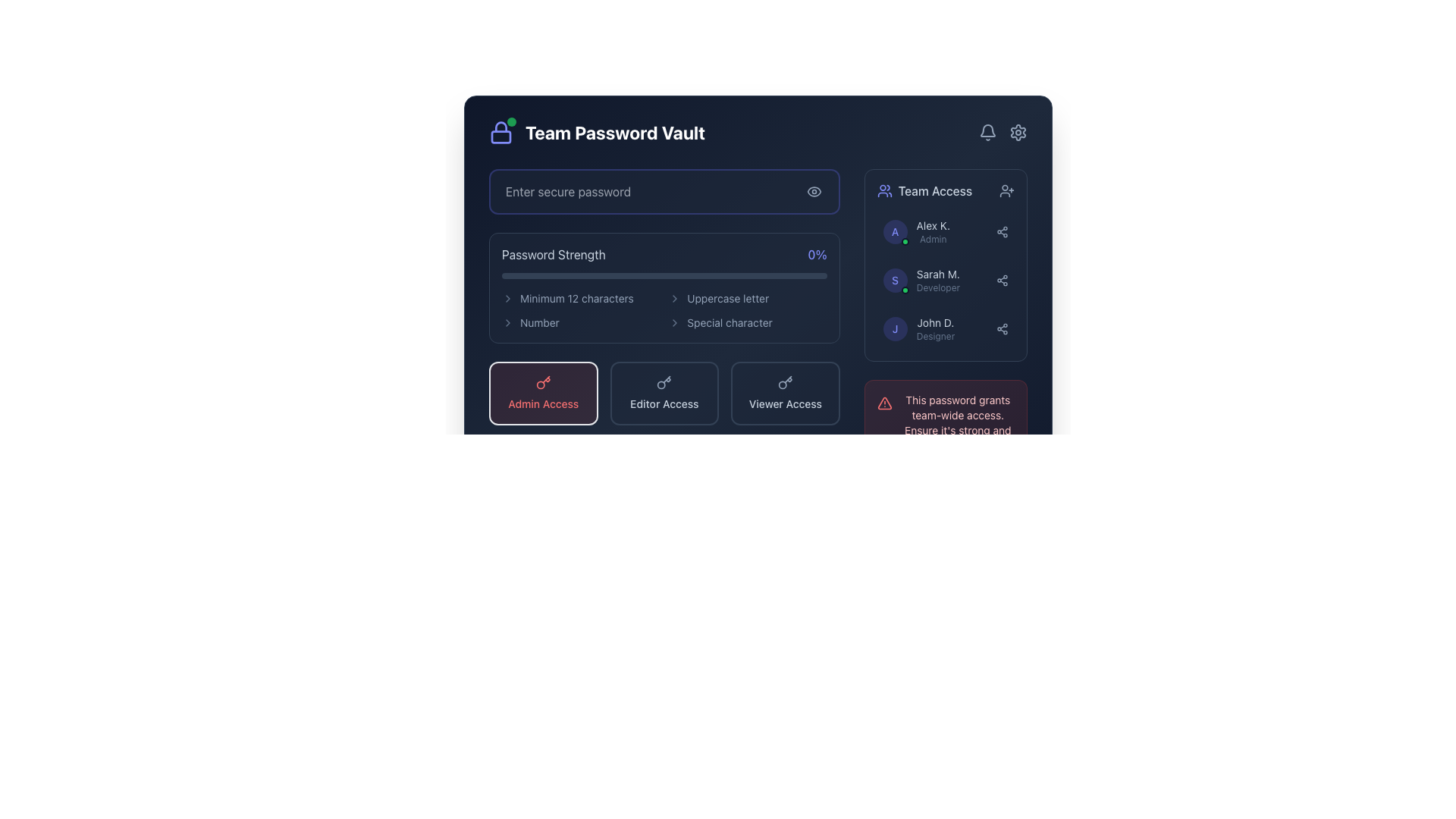 This screenshot has width=1456, height=819. Describe the element at coordinates (817, 253) in the screenshot. I see `the displayed text '0%' of the static text label indicating password strength, located to the right of 'Password Strength'` at that location.